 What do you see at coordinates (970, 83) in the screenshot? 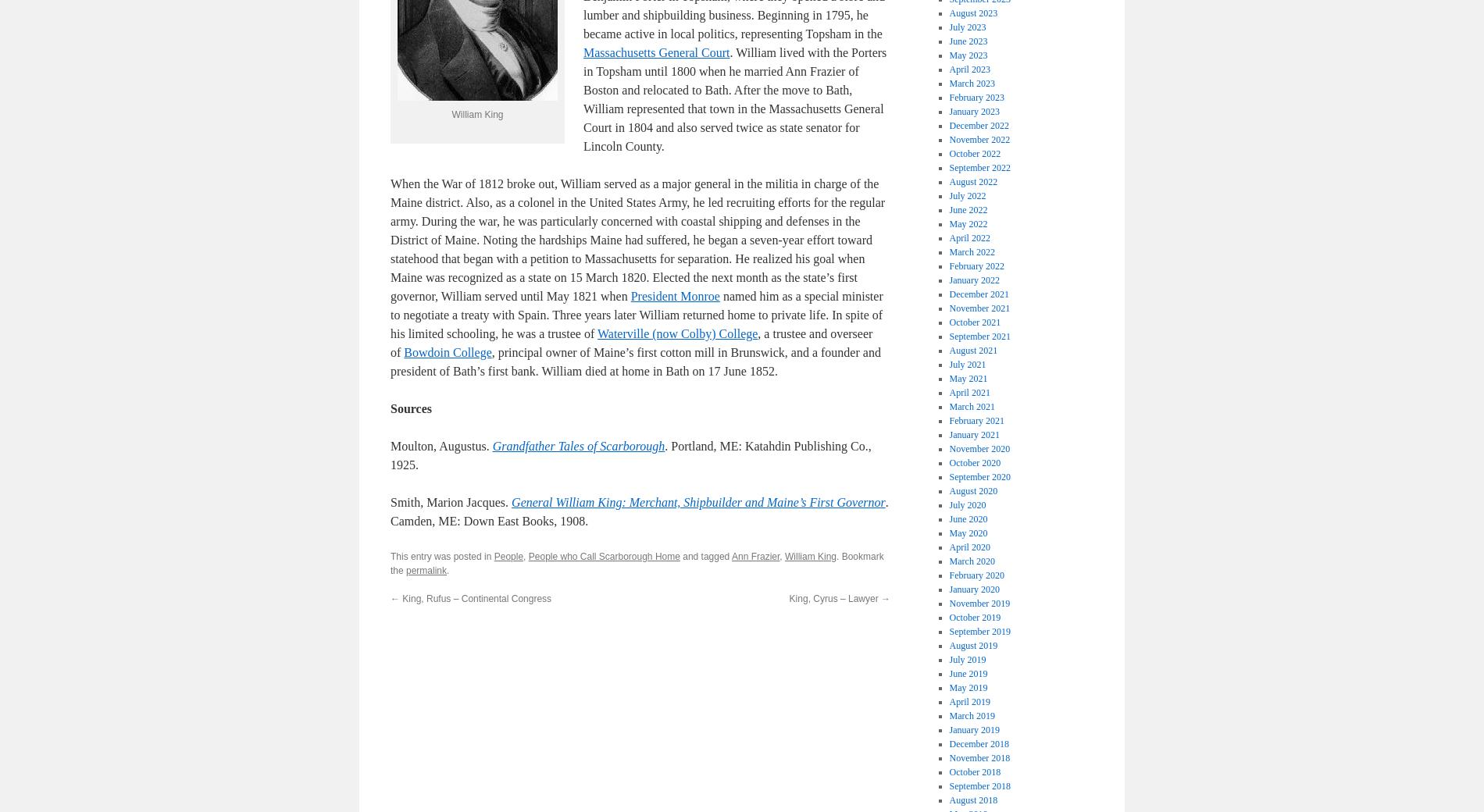
I see `'March 2023'` at bounding box center [970, 83].